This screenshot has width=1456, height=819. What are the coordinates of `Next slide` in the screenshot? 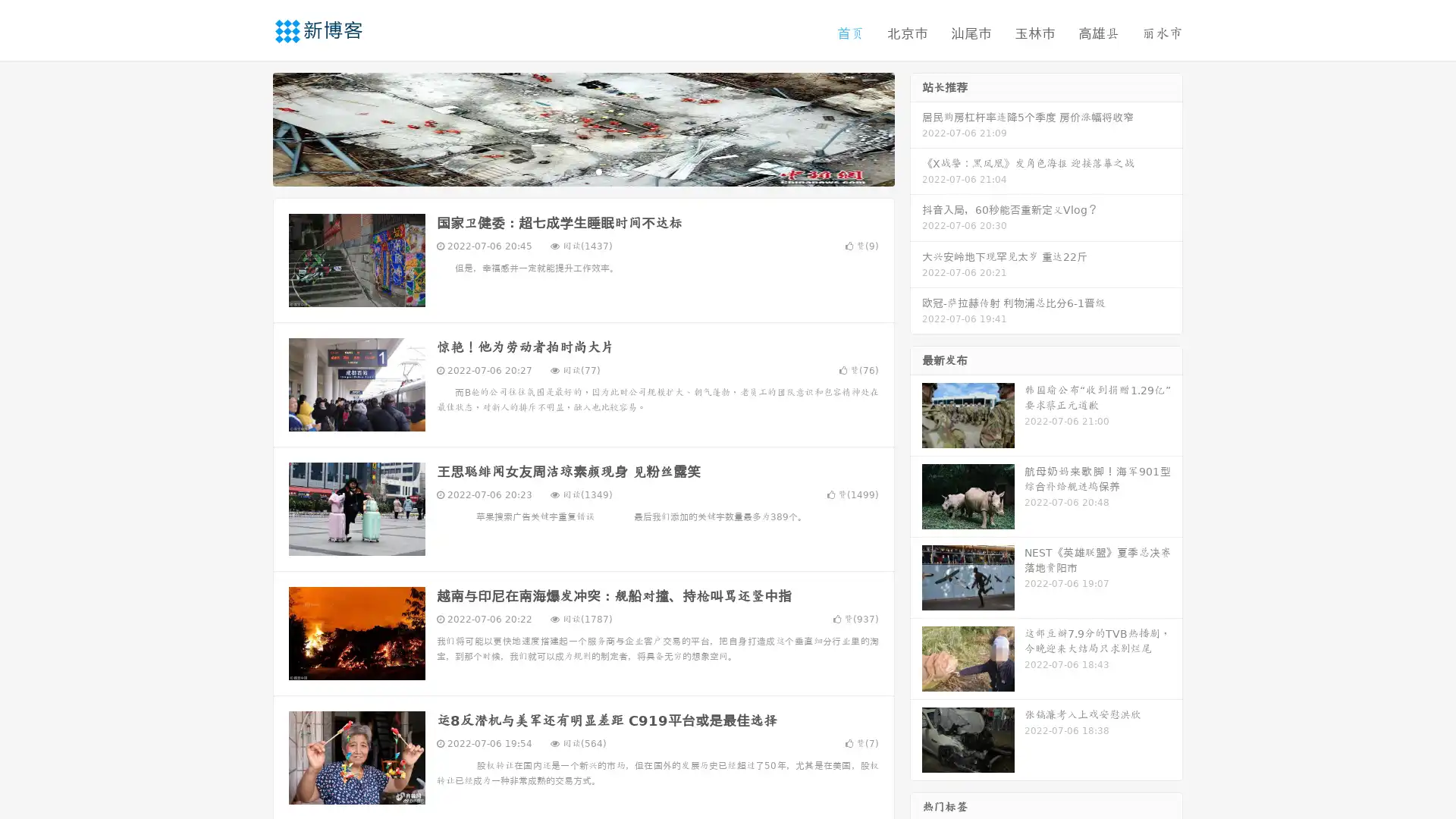 It's located at (916, 127).